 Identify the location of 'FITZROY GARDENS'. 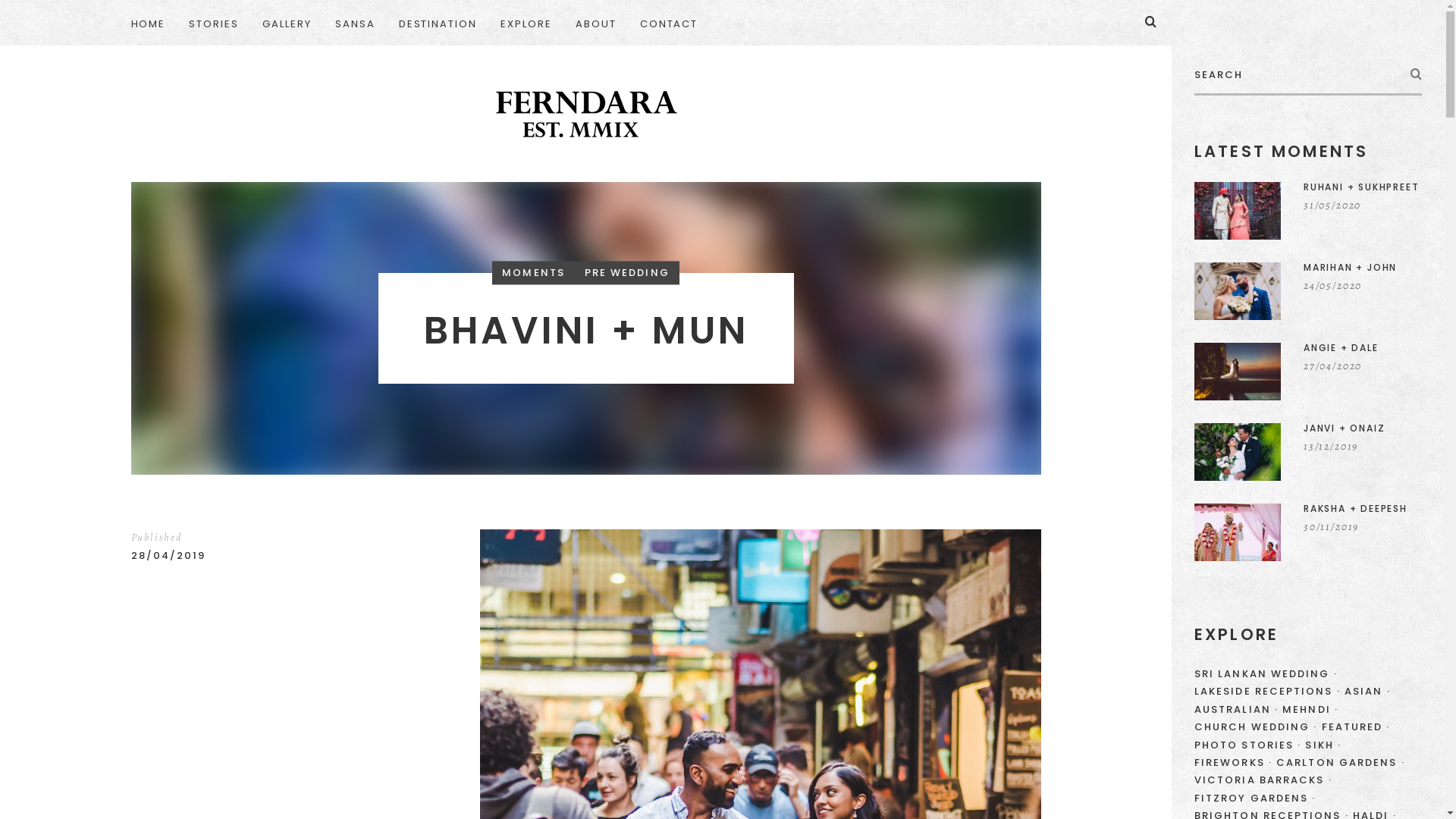
(1255, 797).